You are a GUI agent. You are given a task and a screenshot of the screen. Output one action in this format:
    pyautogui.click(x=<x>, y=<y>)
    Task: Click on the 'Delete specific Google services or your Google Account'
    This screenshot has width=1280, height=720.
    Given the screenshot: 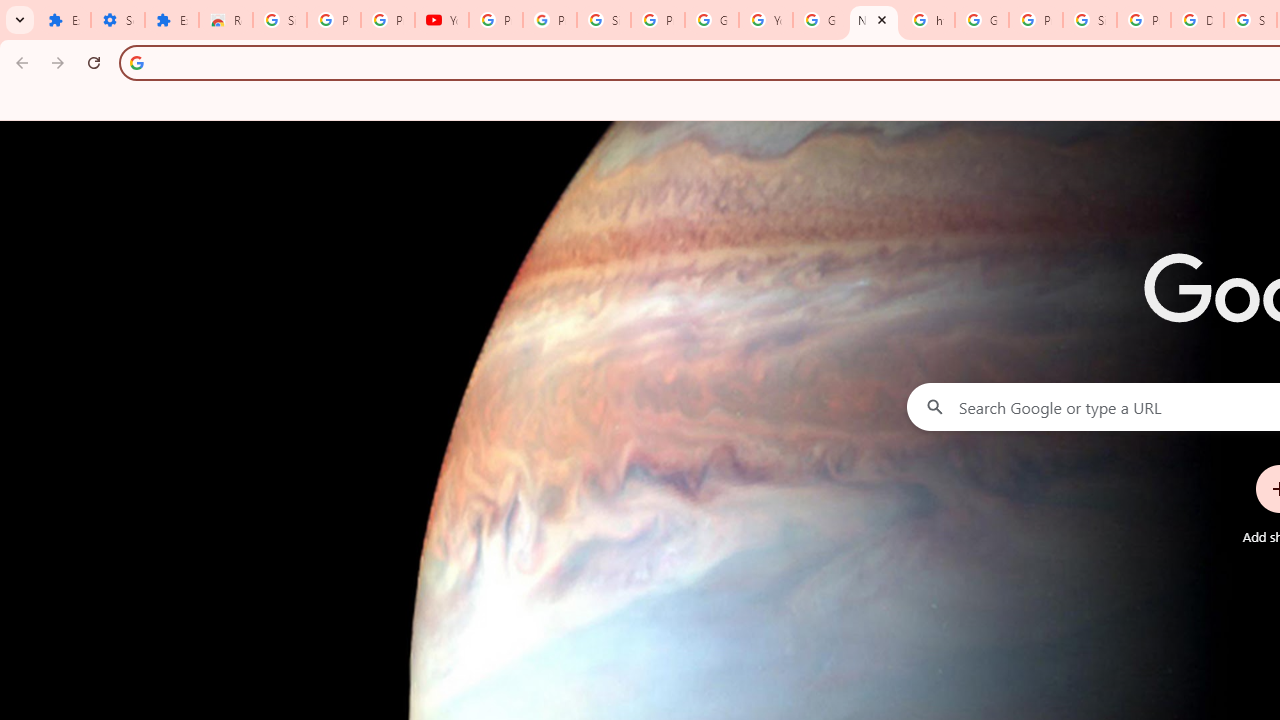 What is the action you would take?
    pyautogui.click(x=1197, y=20)
    